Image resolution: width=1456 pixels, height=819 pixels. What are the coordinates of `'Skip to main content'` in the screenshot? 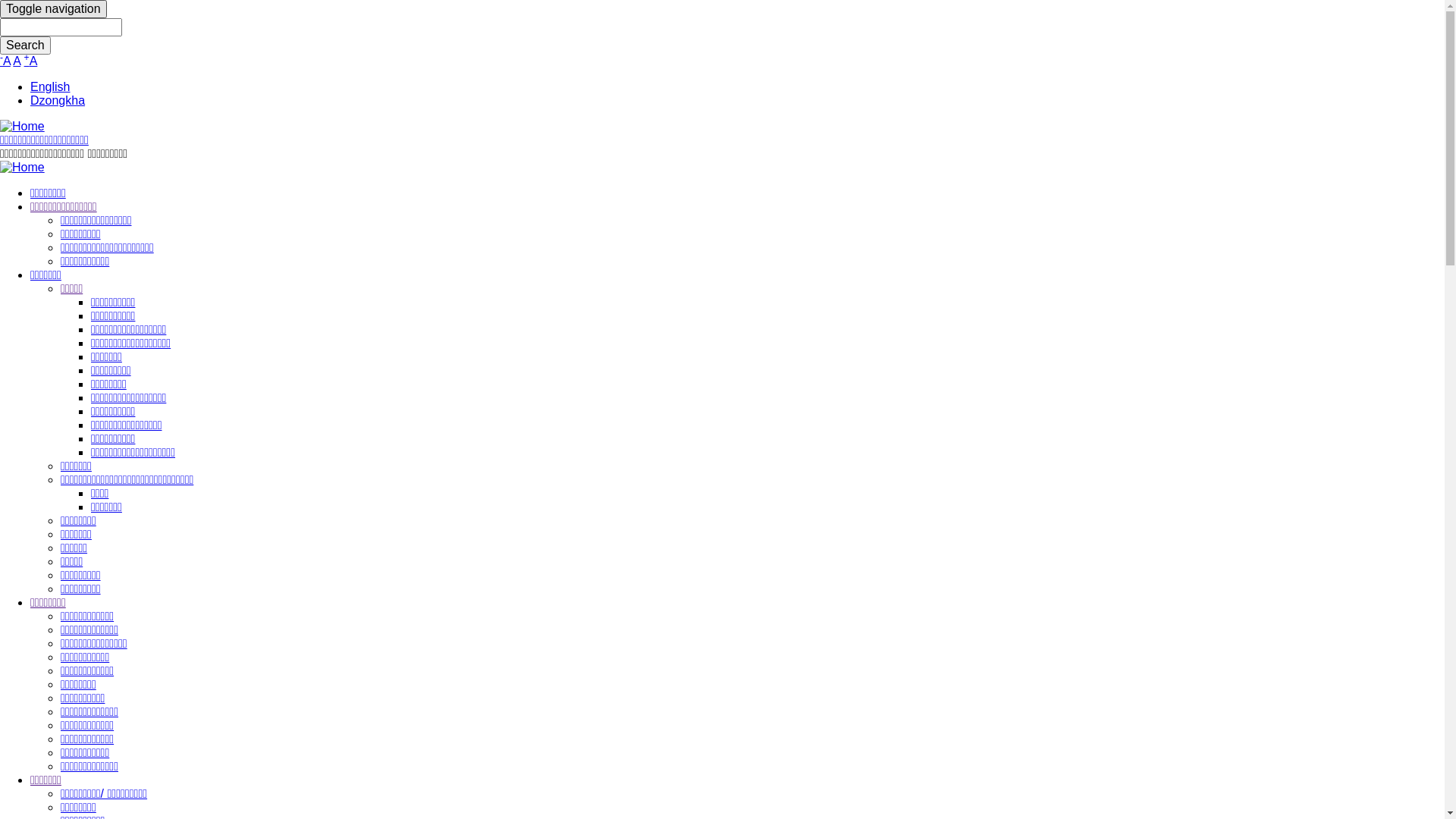 It's located at (0, 0).